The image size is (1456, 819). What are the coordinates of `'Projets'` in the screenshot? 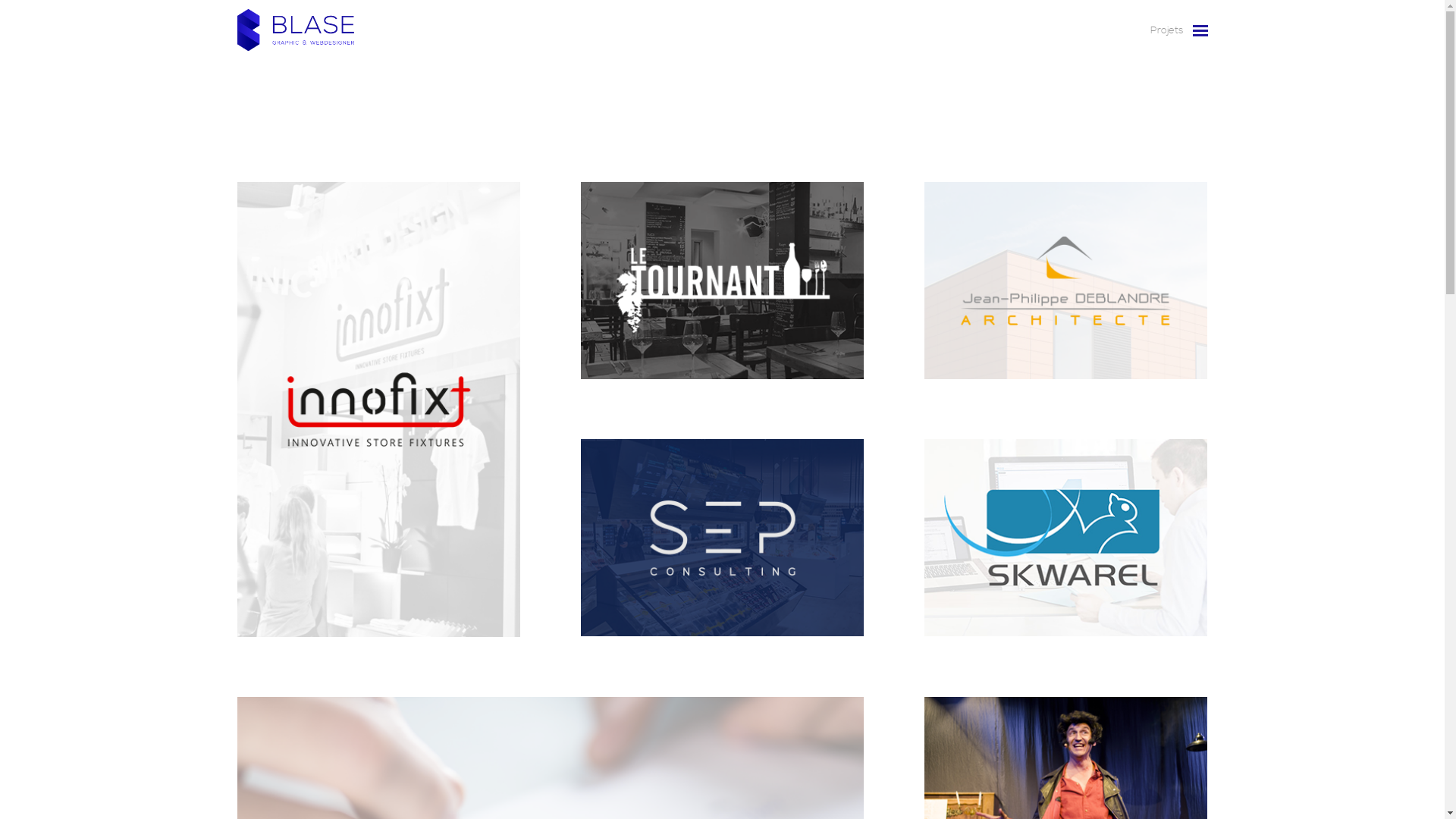 It's located at (1142, 30).